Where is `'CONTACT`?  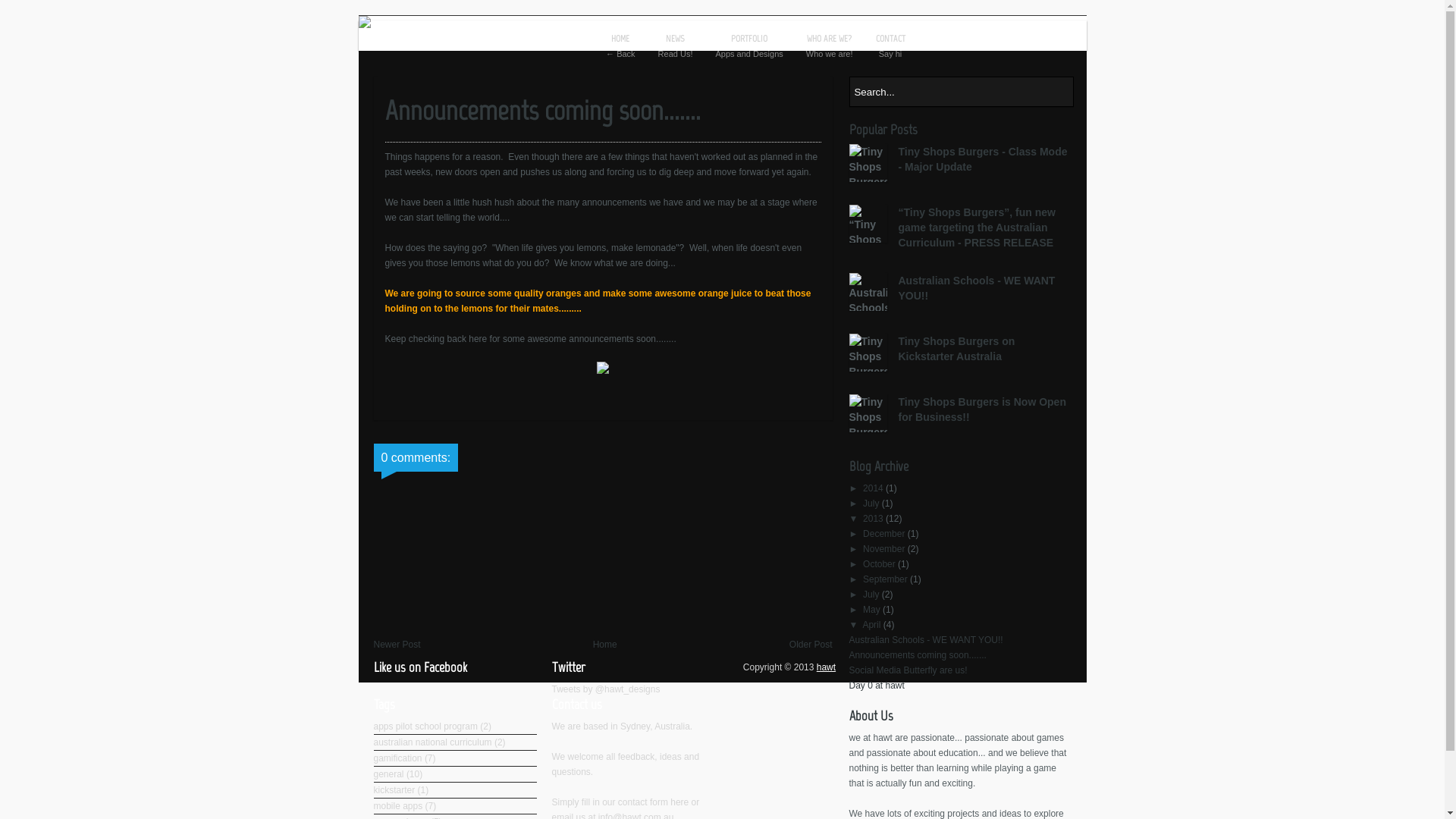
'CONTACT is located at coordinates (890, 45).